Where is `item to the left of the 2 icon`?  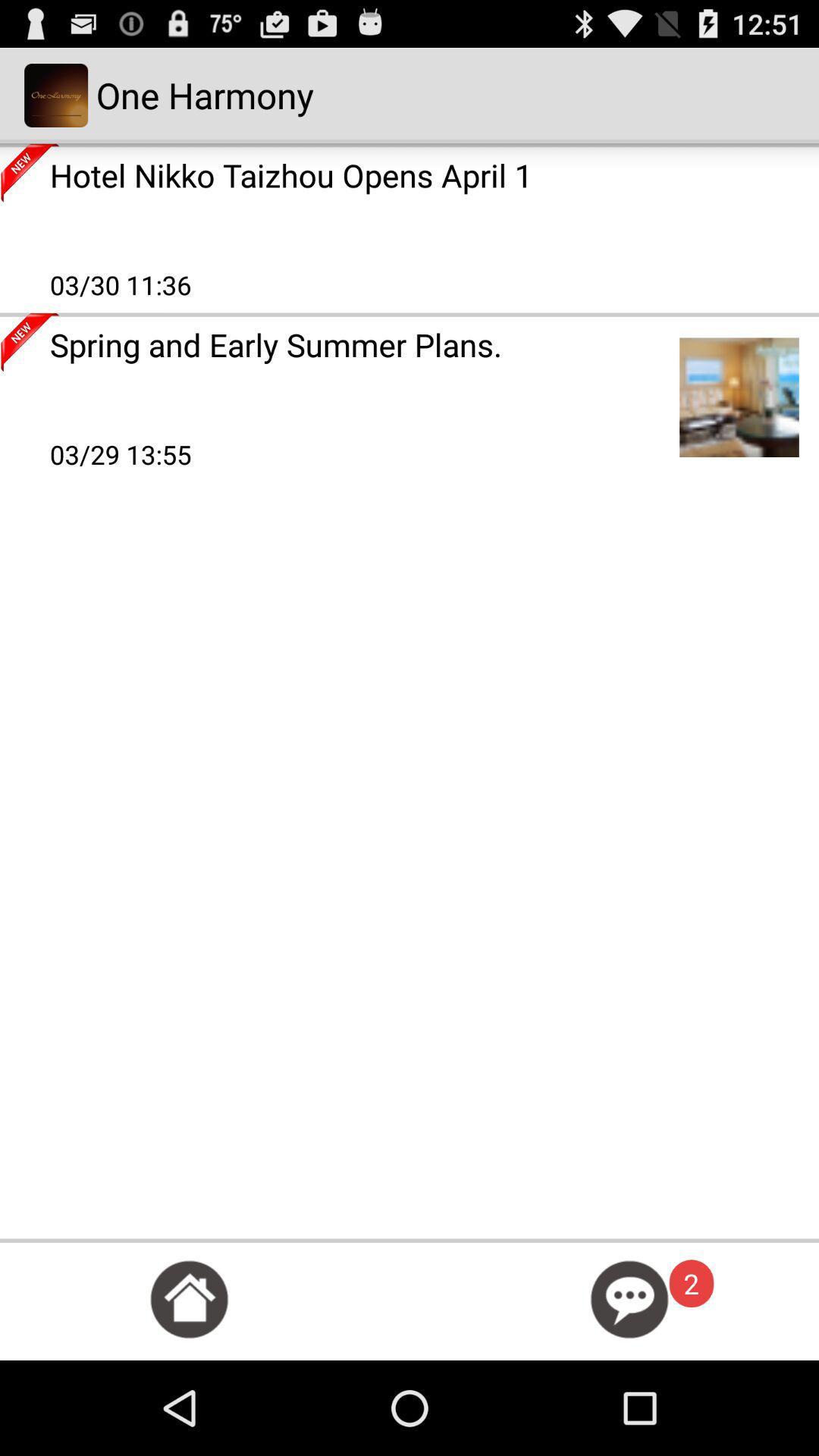
item to the left of the 2 icon is located at coordinates (629, 1298).